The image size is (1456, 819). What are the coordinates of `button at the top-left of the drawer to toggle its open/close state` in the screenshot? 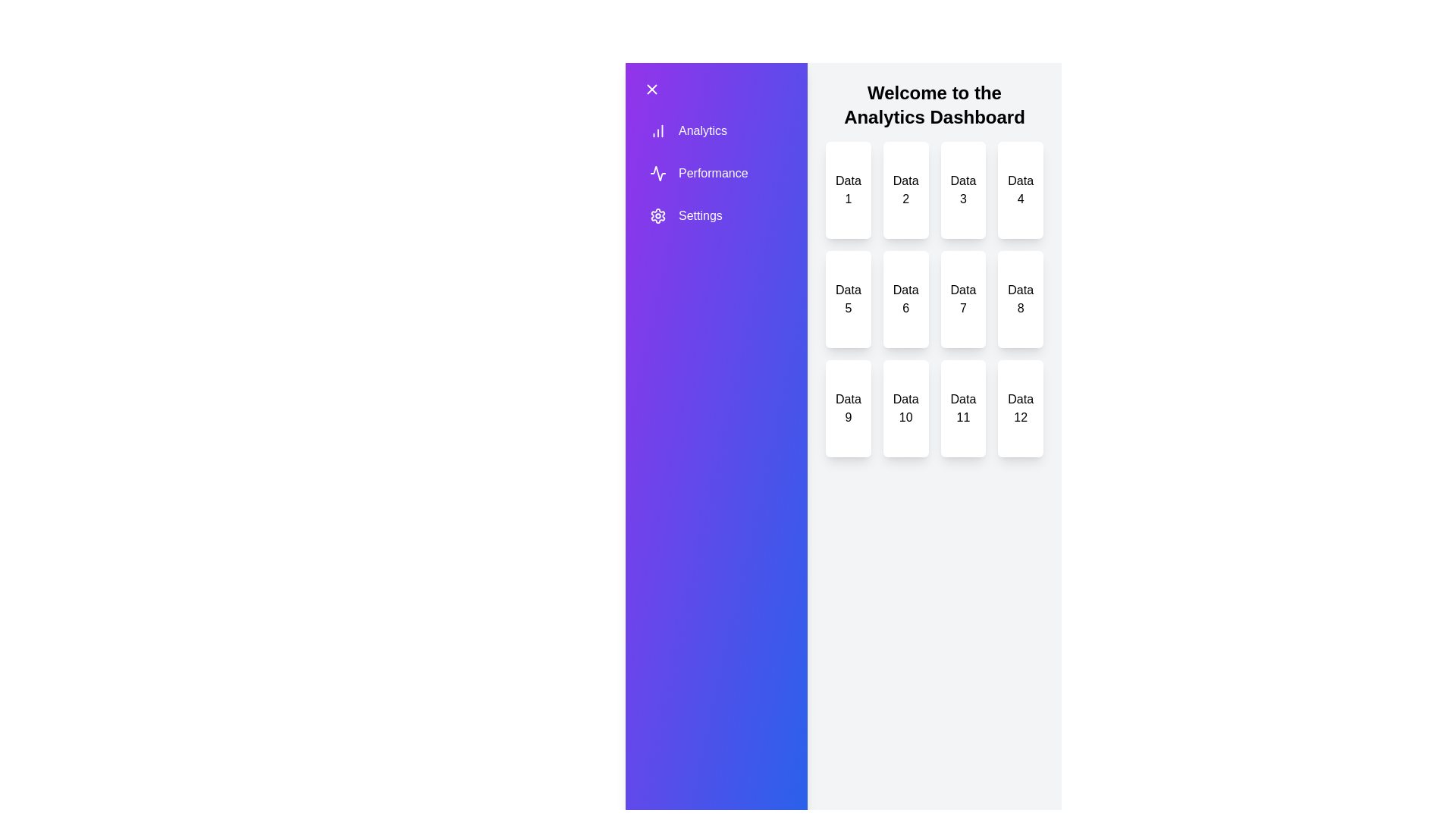 It's located at (651, 89).